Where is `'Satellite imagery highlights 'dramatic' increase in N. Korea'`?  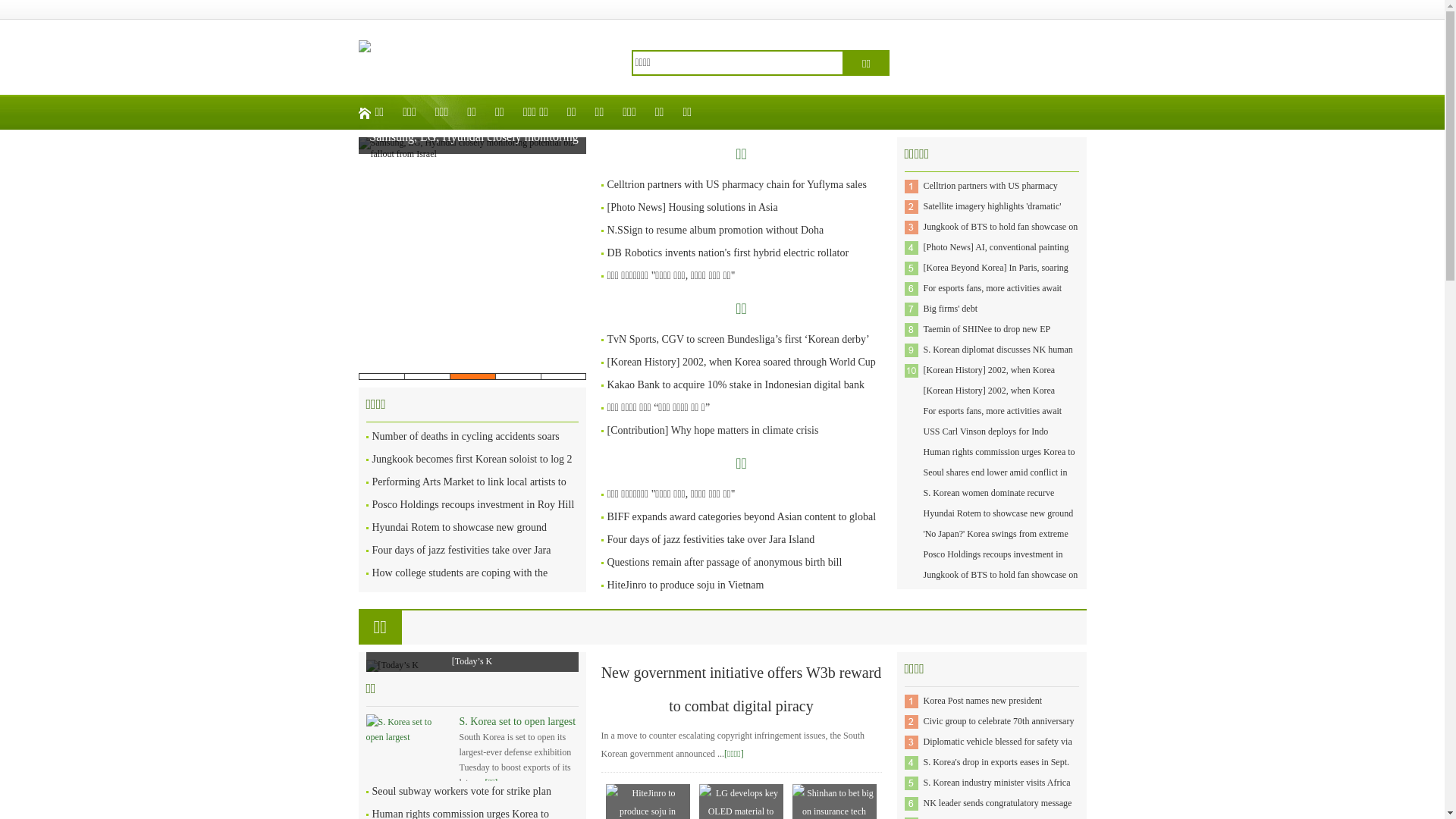
'Satellite imagery highlights 'dramatic' increase in N. Korea' is located at coordinates (993, 216).